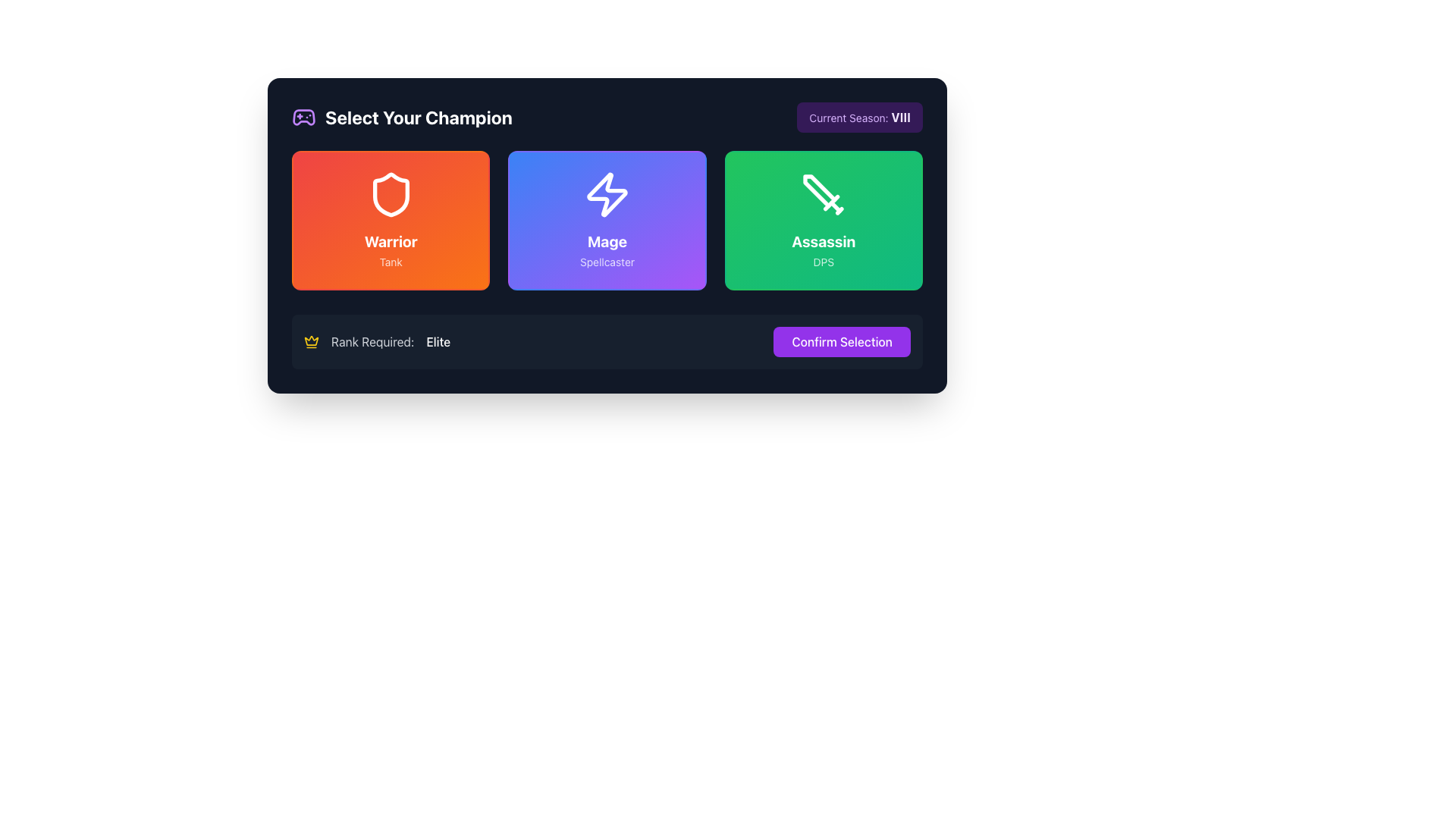  I want to click on the A line segment within the SVG graphic that represents part of the sword icon, located in the 'Assassin DPS' card, which is the rightmost card in the row of three cards, so click(830, 202).